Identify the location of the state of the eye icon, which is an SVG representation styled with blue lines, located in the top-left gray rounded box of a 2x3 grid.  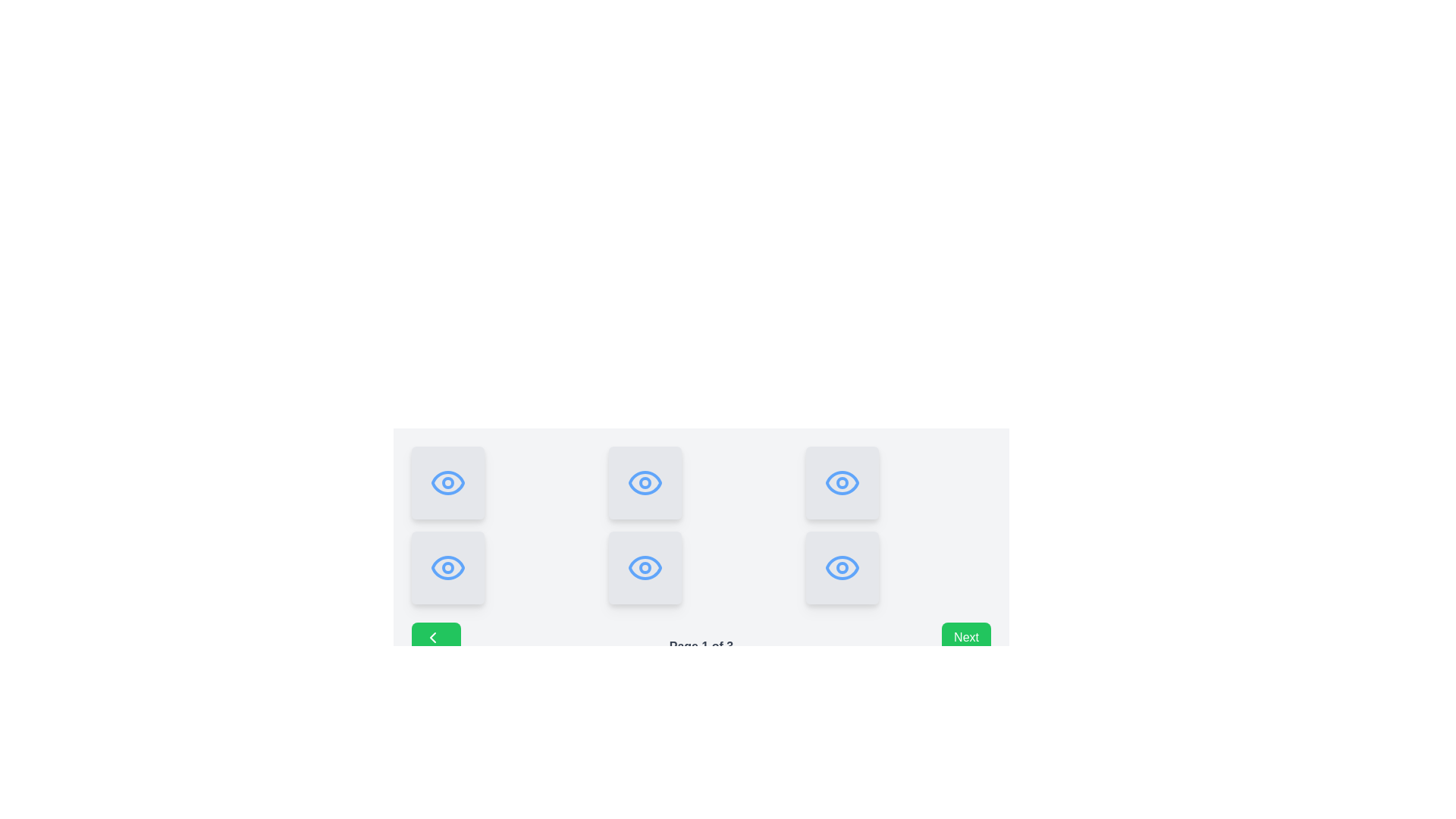
(447, 482).